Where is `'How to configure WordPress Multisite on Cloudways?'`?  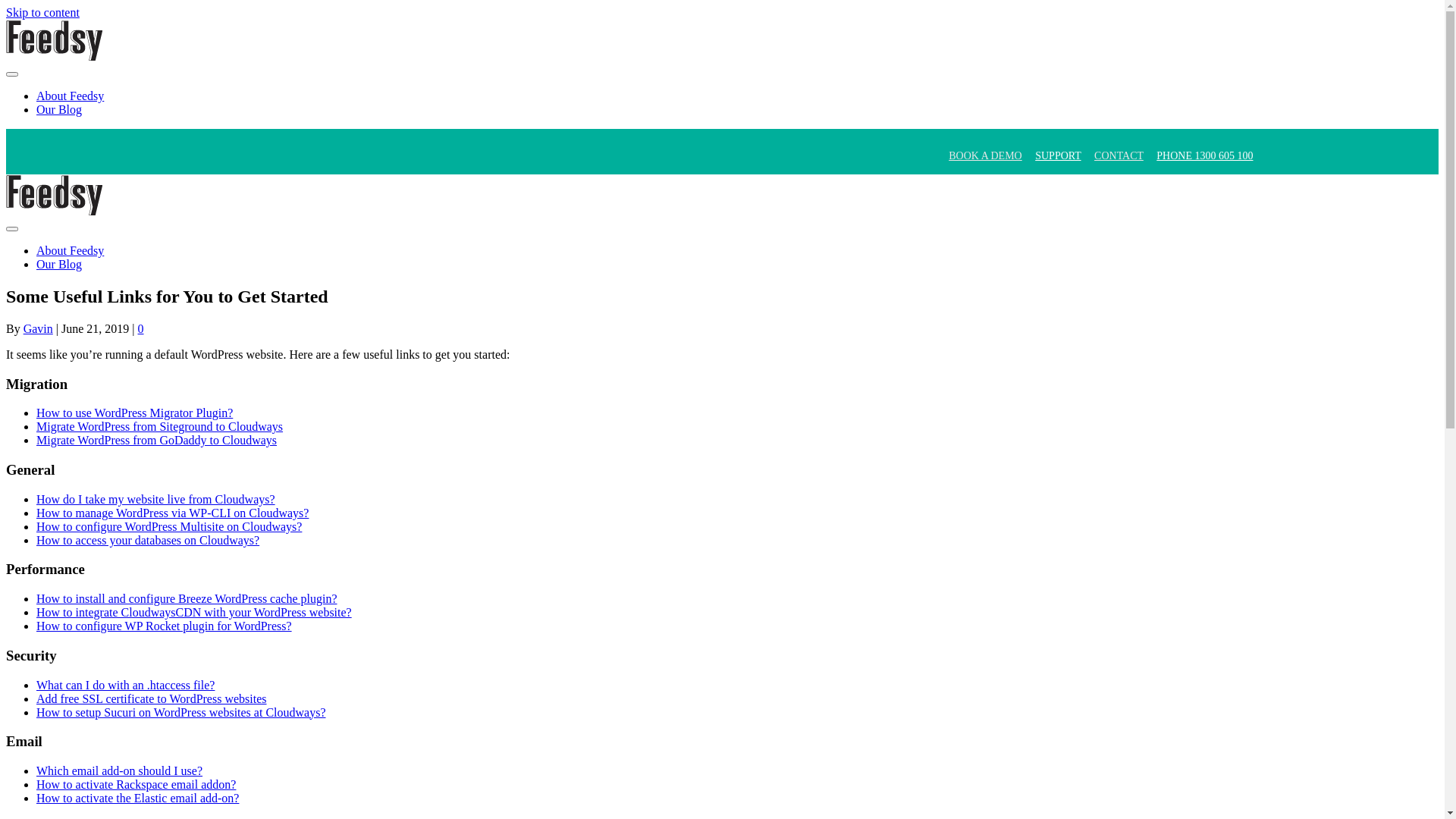 'How to configure WordPress Multisite on Cloudways?' is located at coordinates (168, 526).